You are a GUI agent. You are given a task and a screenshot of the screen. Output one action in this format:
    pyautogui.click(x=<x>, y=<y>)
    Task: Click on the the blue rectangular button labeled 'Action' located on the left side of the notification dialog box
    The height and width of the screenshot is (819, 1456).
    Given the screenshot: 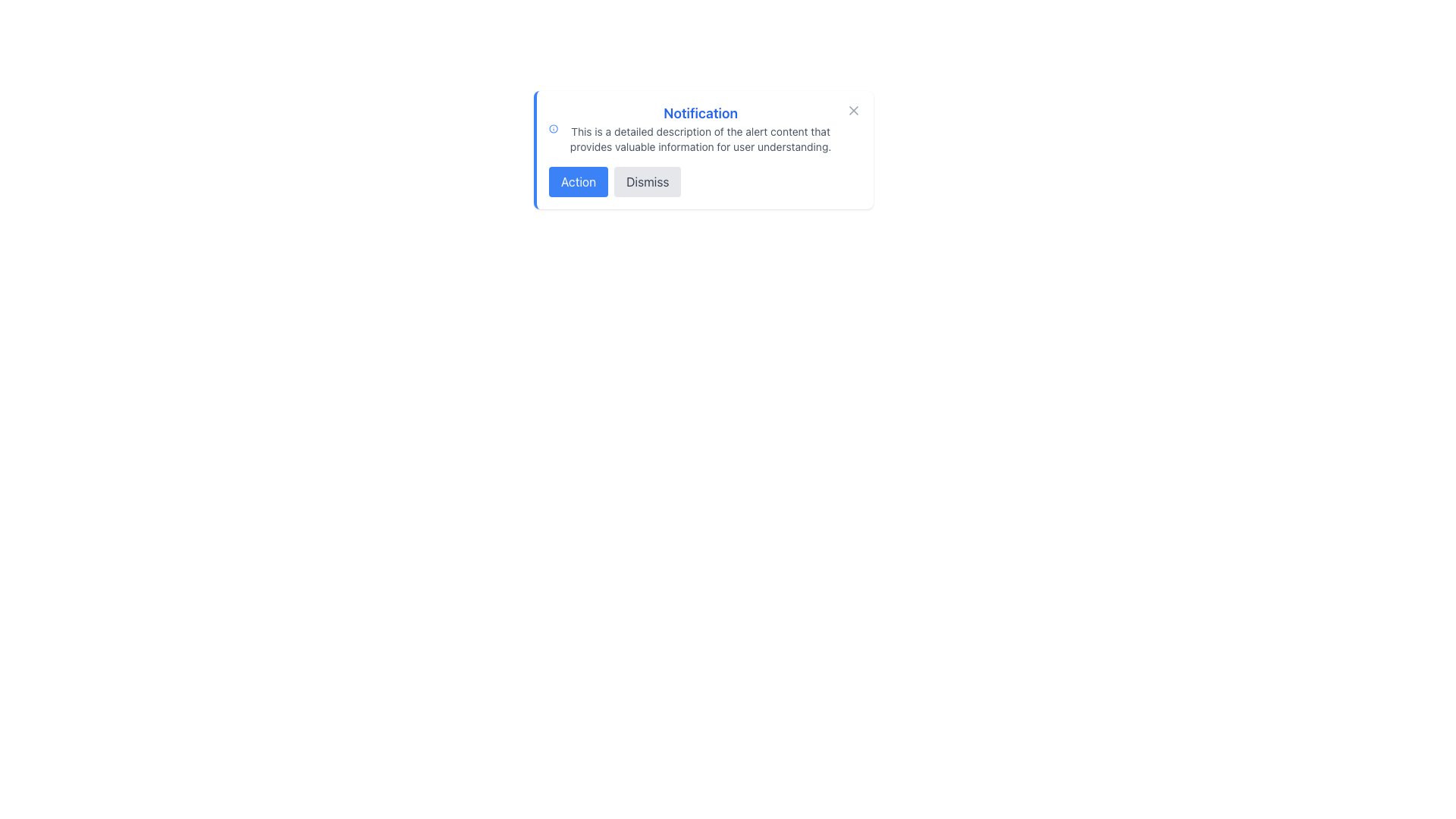 What is the action you would take?
    pyautogui.click(x=578, y=180)
    